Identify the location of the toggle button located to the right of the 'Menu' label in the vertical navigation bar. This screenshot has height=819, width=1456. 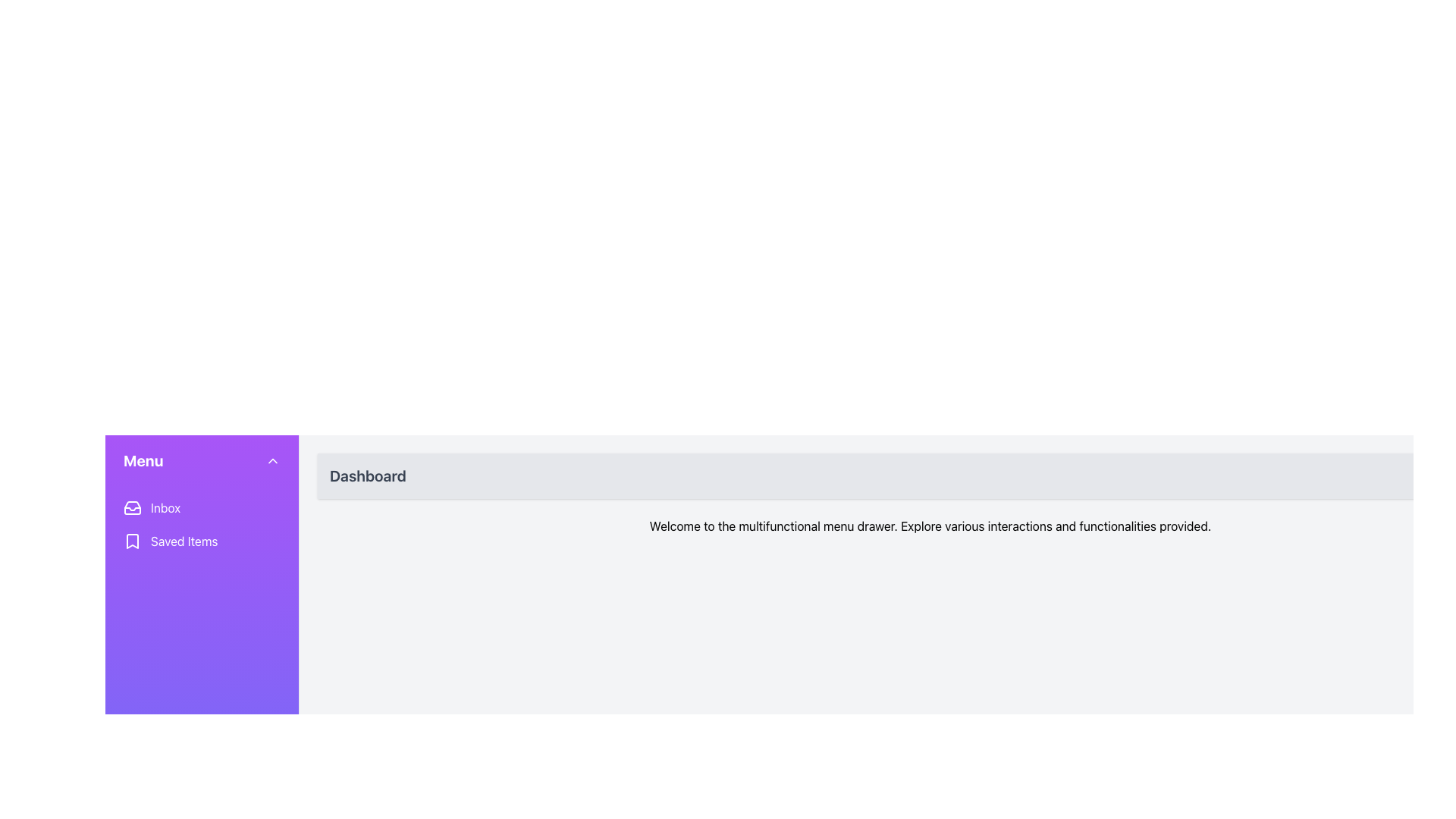
(273, 460).